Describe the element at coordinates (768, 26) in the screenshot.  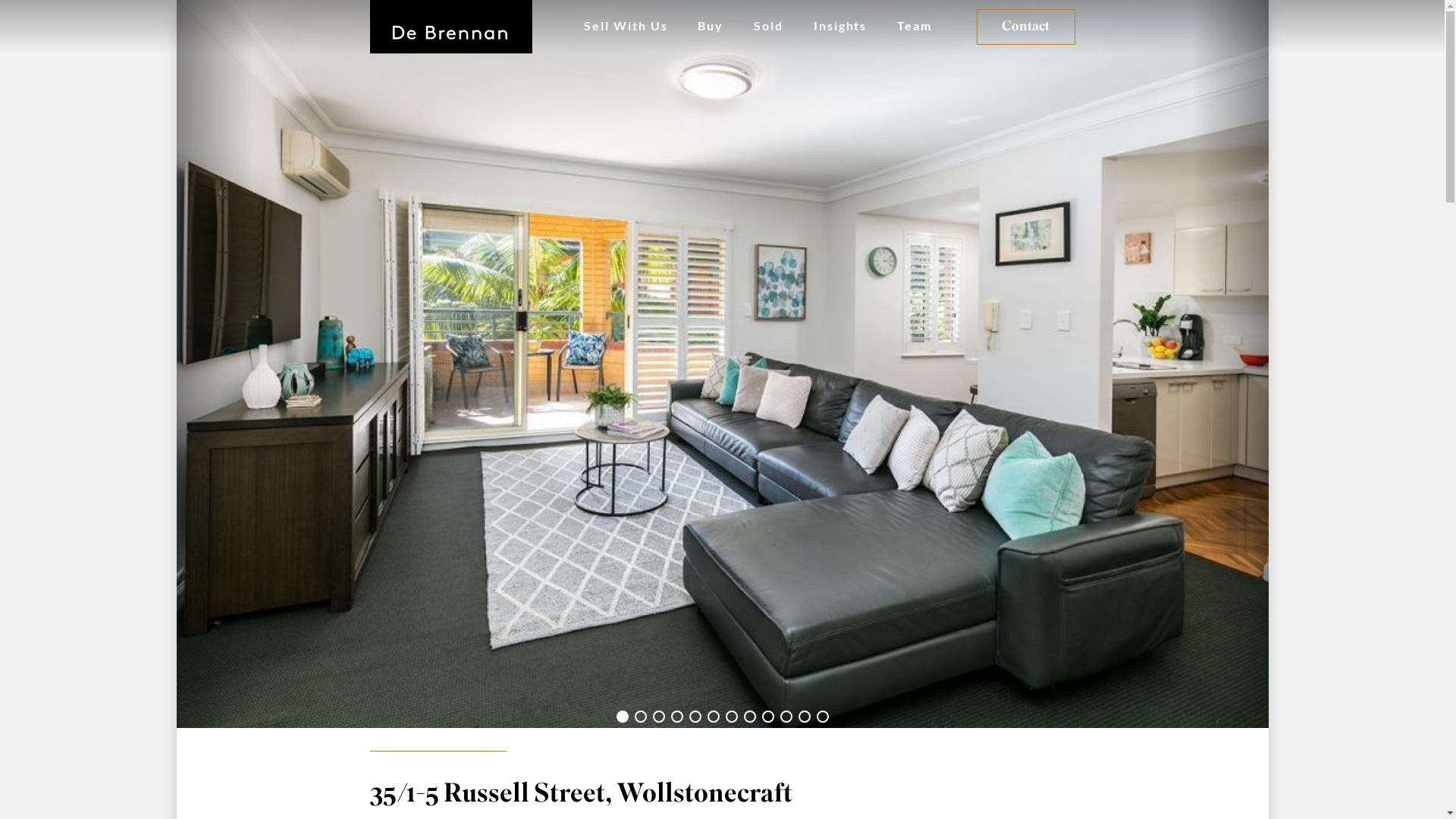
I see `'Sold'` at that location.